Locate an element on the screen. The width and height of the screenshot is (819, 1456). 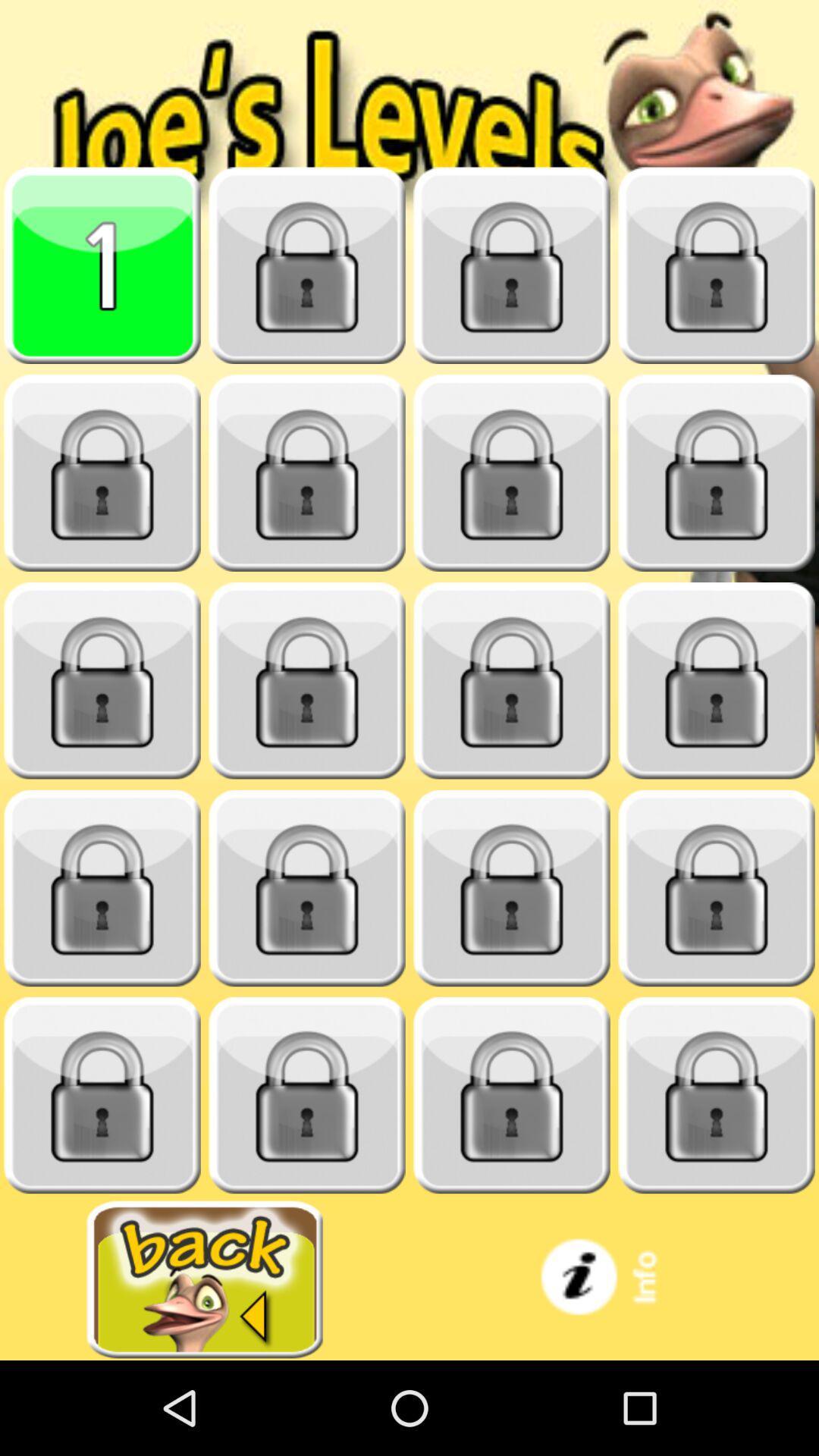
locked is located at coordinates (717, 680).